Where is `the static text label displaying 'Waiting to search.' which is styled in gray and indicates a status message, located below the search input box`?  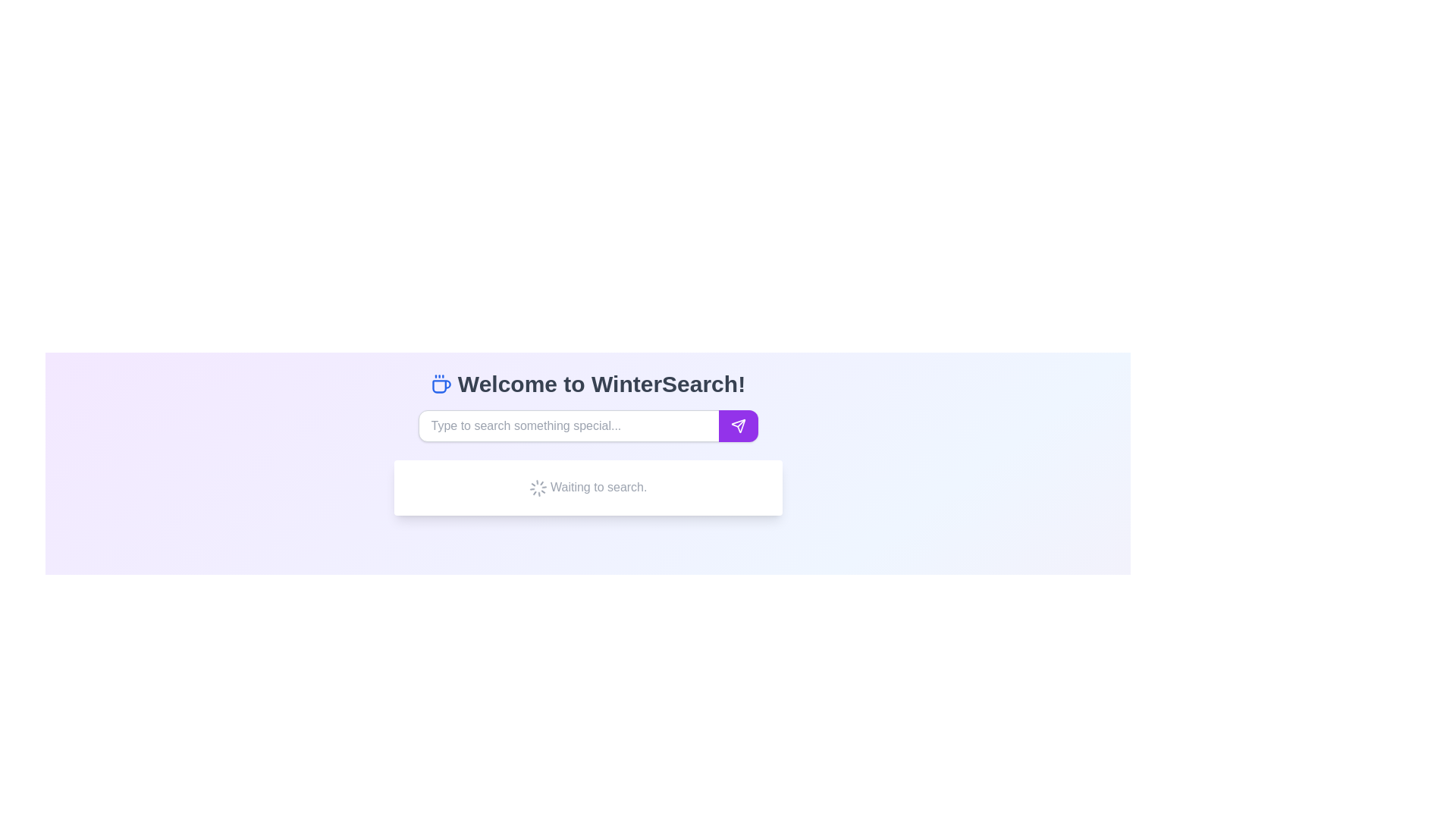 the static text label displaying 'Waiting to search.' which is styled in gray and indicates a status message, located below the search input box is located at coordinates (587, 488).